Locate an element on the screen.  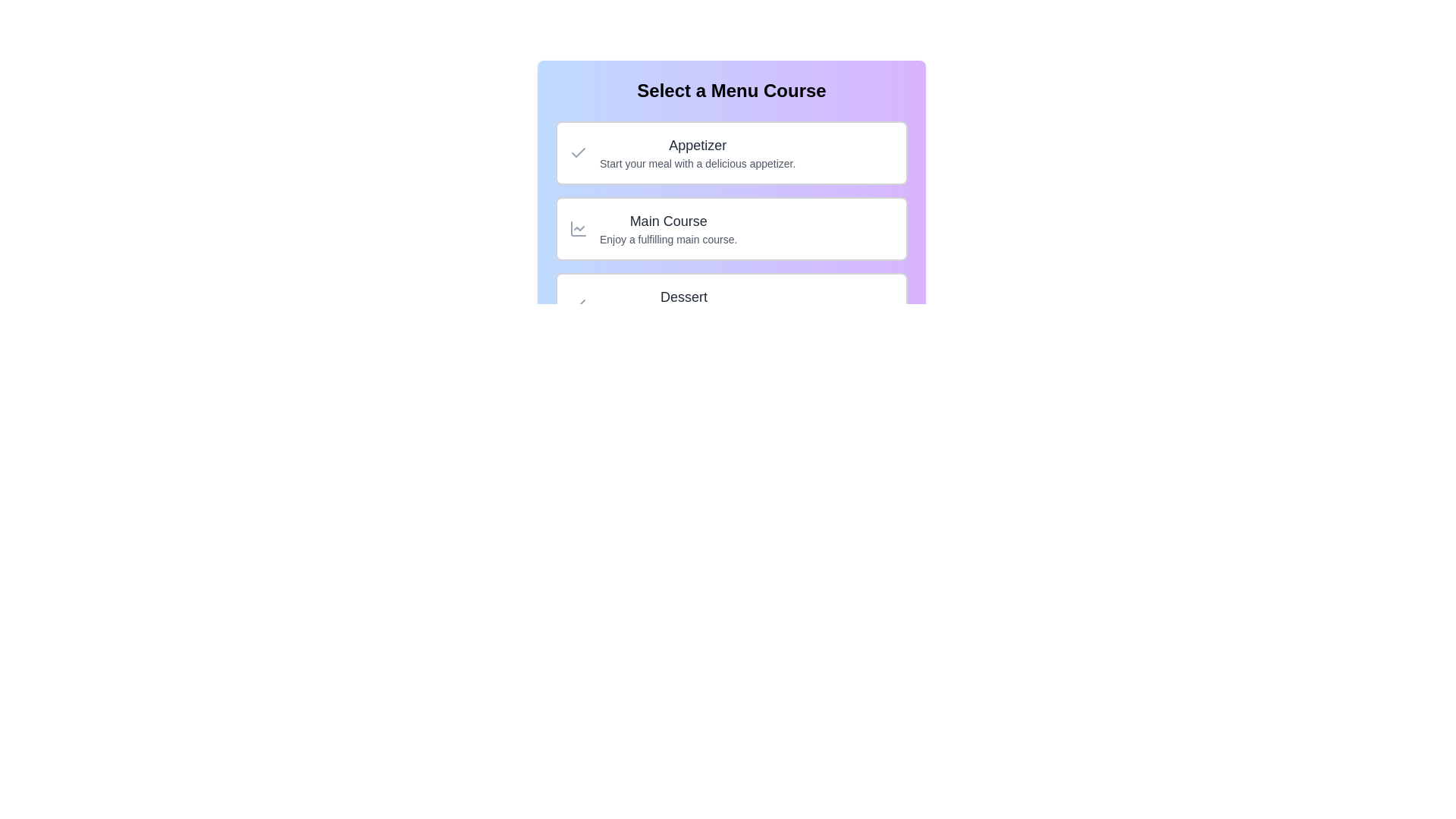
the text label displaying 'Dessert', which is located in the bottom section of the panel containing selectable menu options, specifically the first line of text in the third row is located at coordinates (682, 297).